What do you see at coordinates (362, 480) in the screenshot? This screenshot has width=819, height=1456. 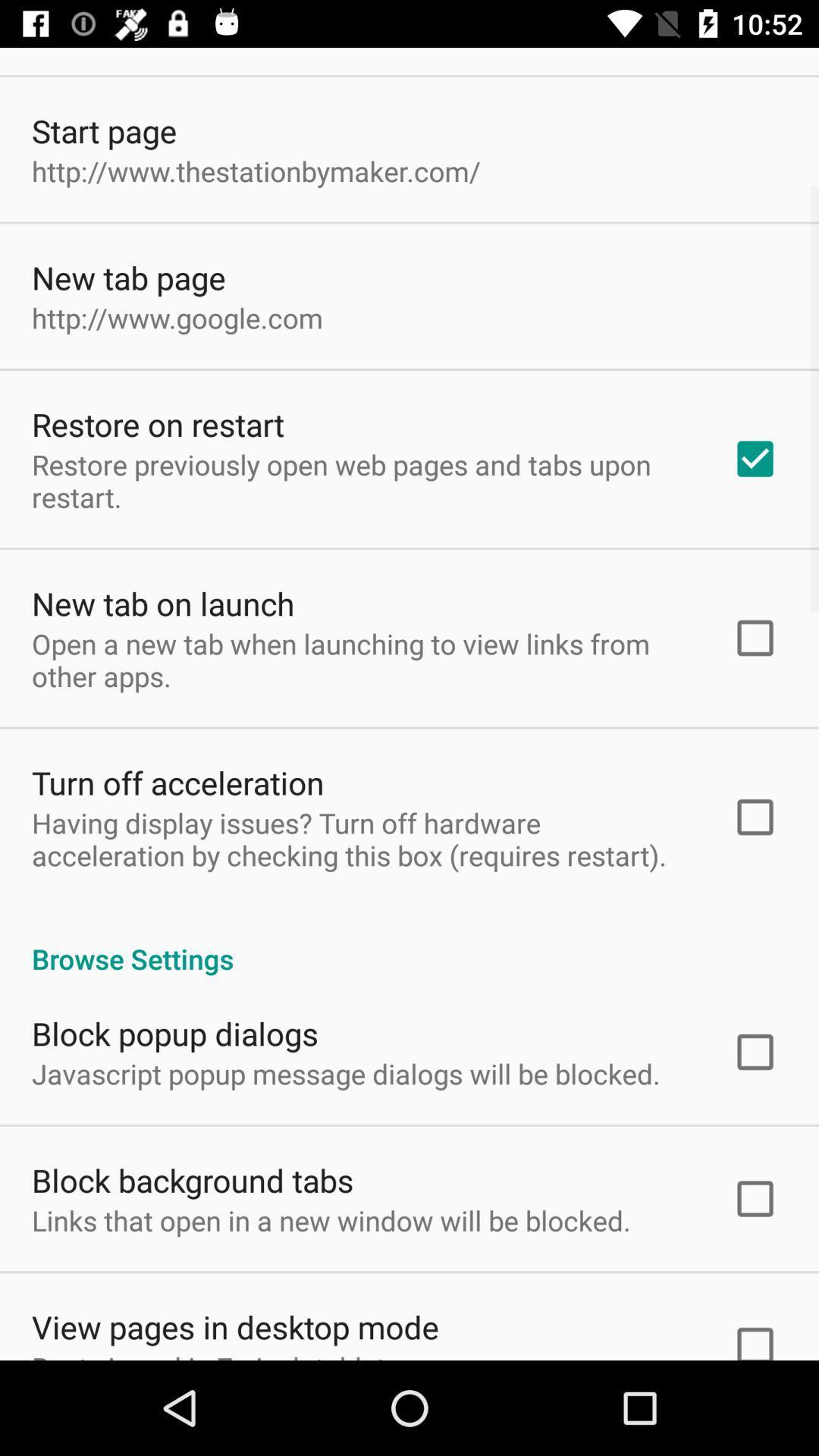 I see `item below the restore on restart` at bounding box center [362, 480].